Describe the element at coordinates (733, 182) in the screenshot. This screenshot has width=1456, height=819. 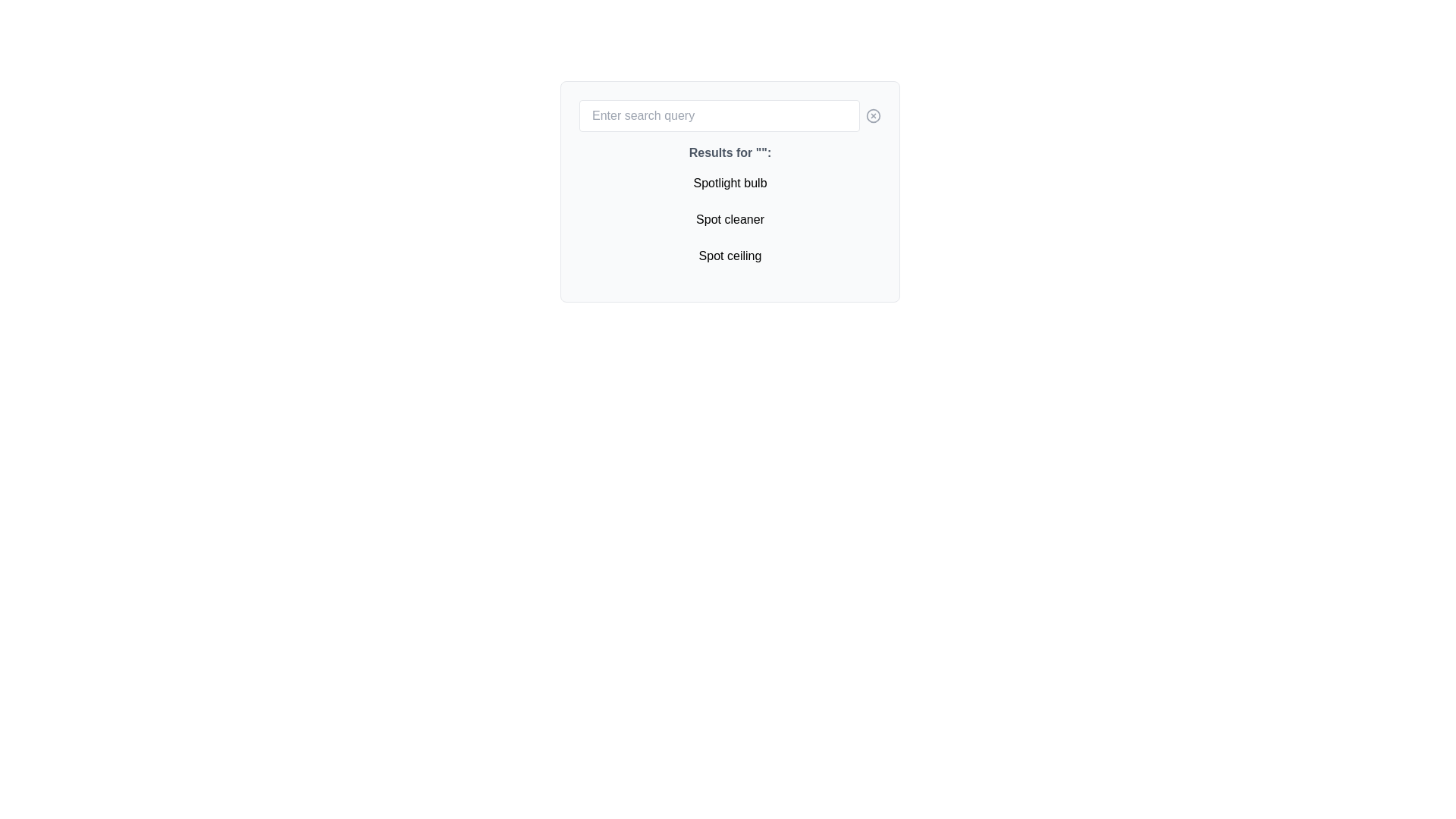
I see `the character 'h' in the dropdown list option that forms the word 'Spotlight bulb', specifically the 14th character of the phrase` at that location.